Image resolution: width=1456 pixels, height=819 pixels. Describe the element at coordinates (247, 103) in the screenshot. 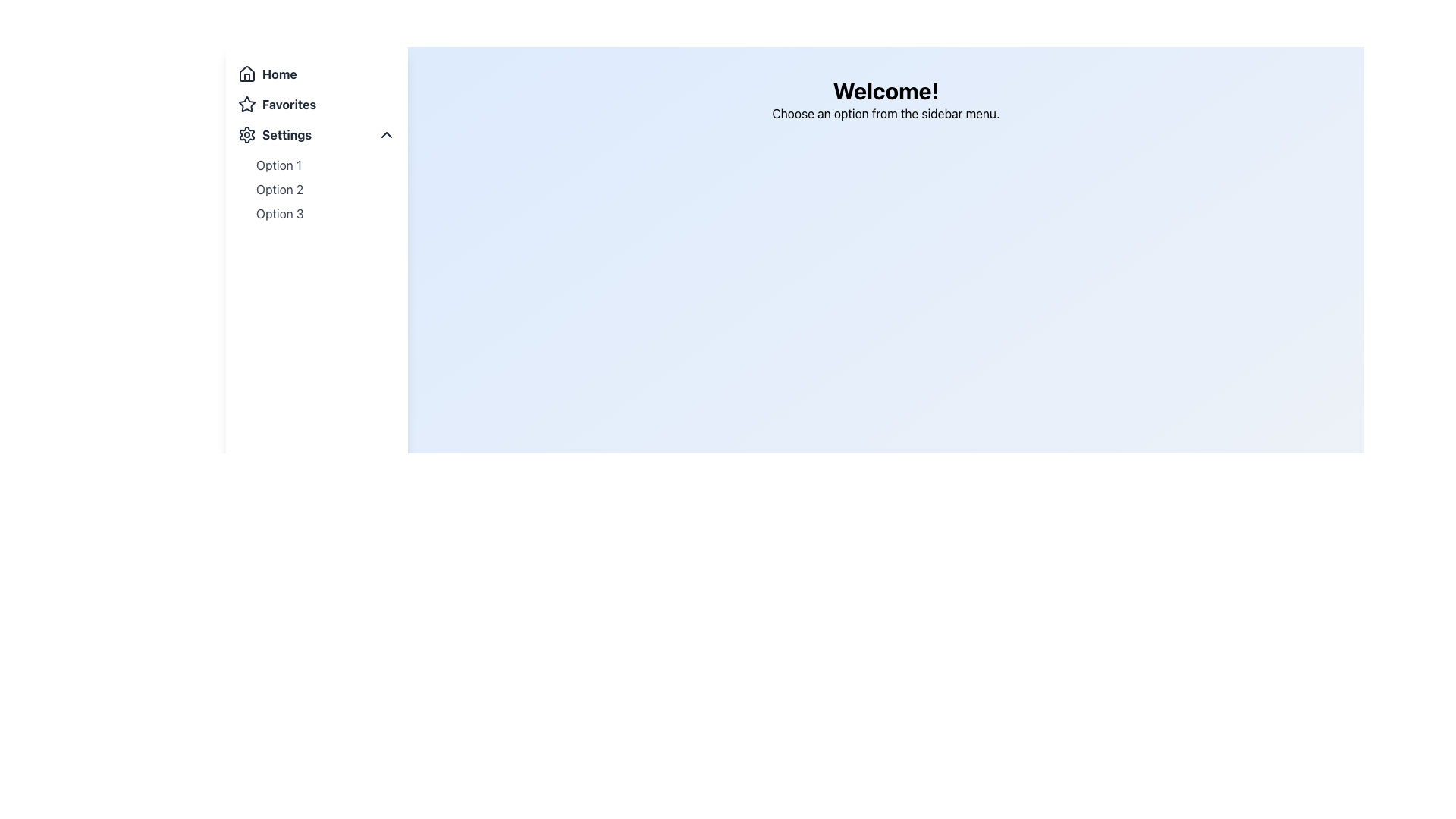

I see `the 'Favorites' icon located in the sidebar, positioned below 'Home' and above 'Settings'` at that location.